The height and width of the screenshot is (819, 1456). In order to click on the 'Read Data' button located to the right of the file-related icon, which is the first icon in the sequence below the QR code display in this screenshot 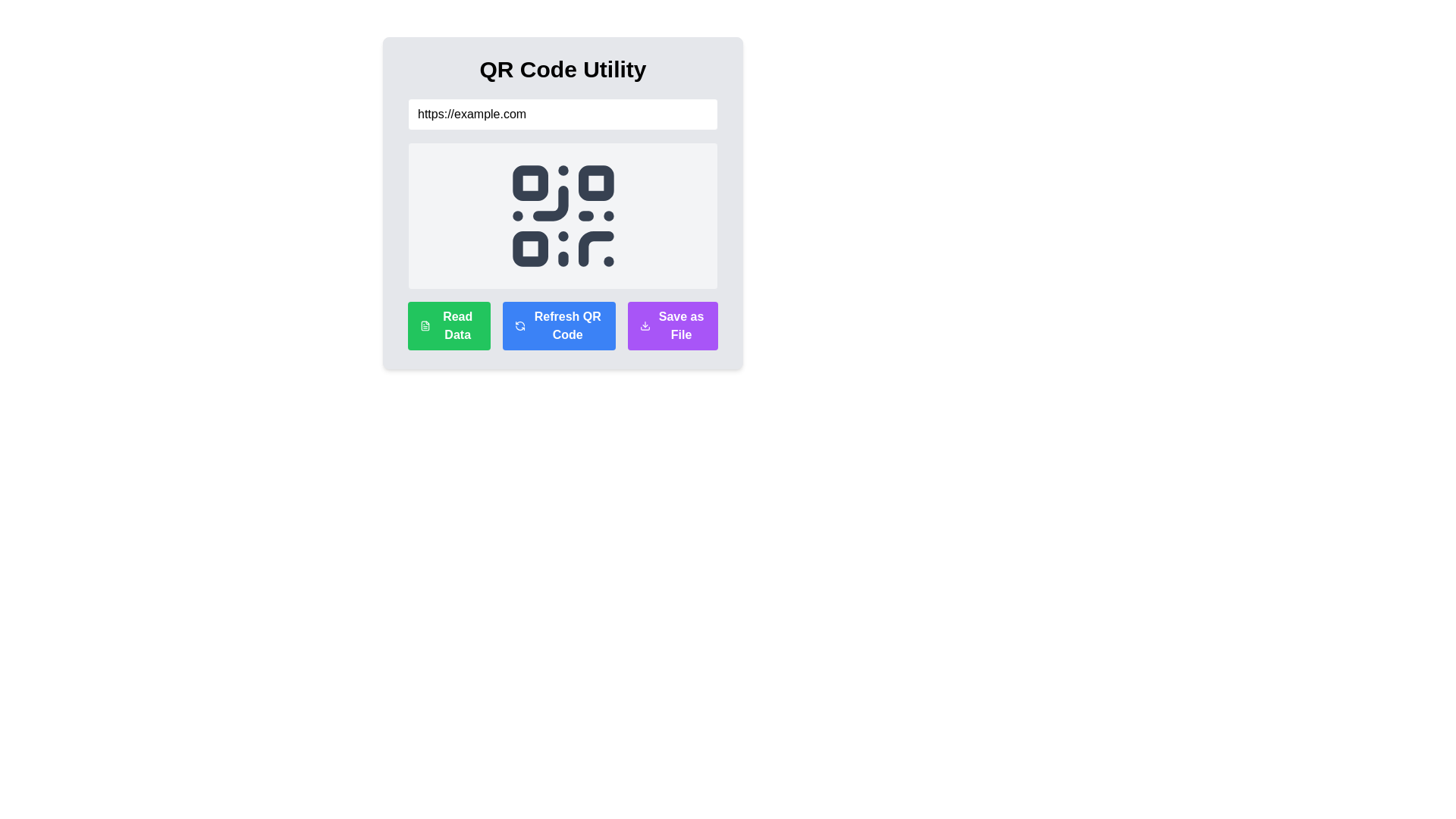, I will do `click(425, 325)`.